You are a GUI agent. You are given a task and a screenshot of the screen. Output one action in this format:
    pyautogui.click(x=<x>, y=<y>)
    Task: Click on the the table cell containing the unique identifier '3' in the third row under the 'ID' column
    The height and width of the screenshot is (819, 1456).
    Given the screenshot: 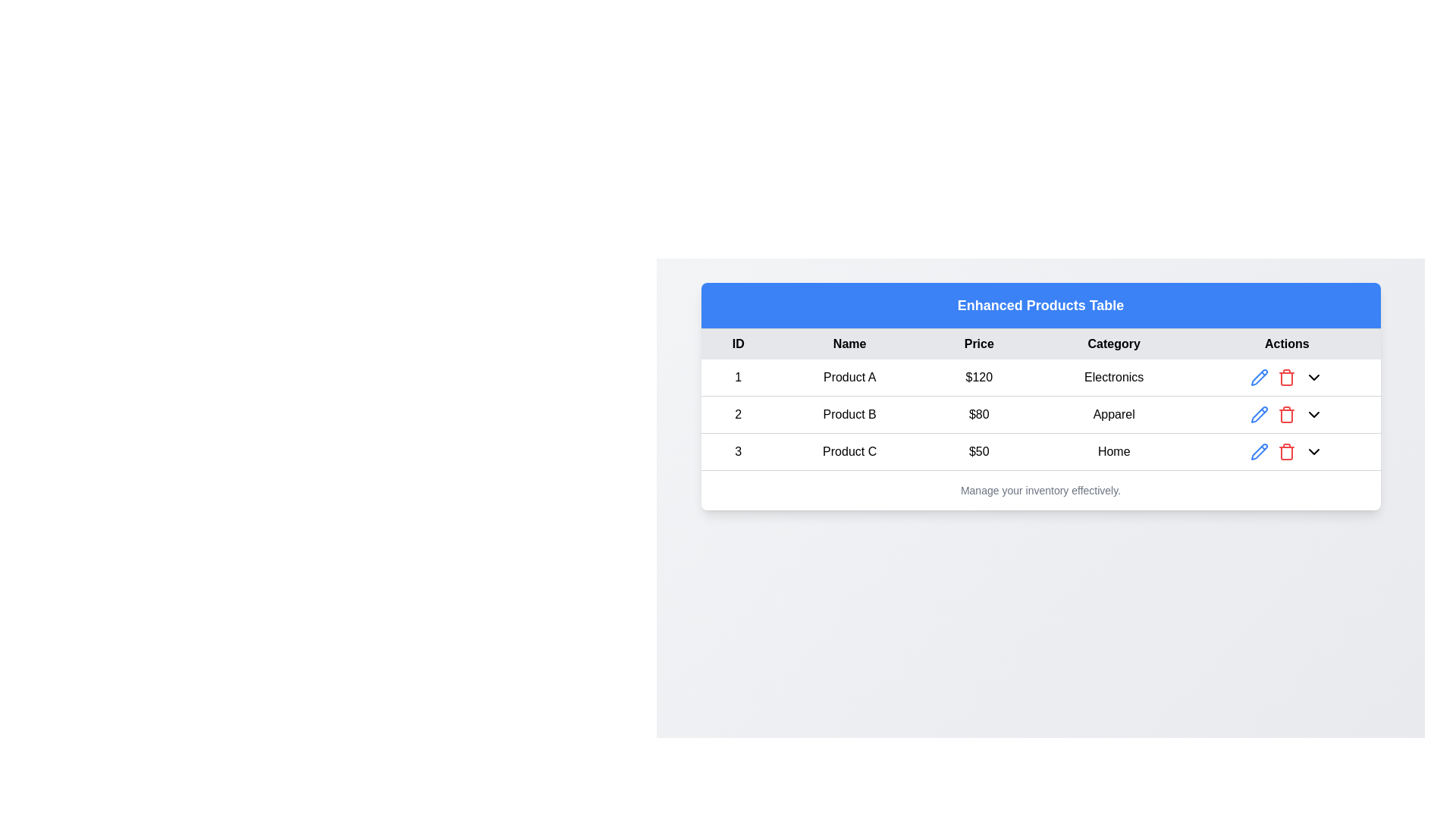 What is the action you would take?
    pyautogui.click(x=738, y=451)
    